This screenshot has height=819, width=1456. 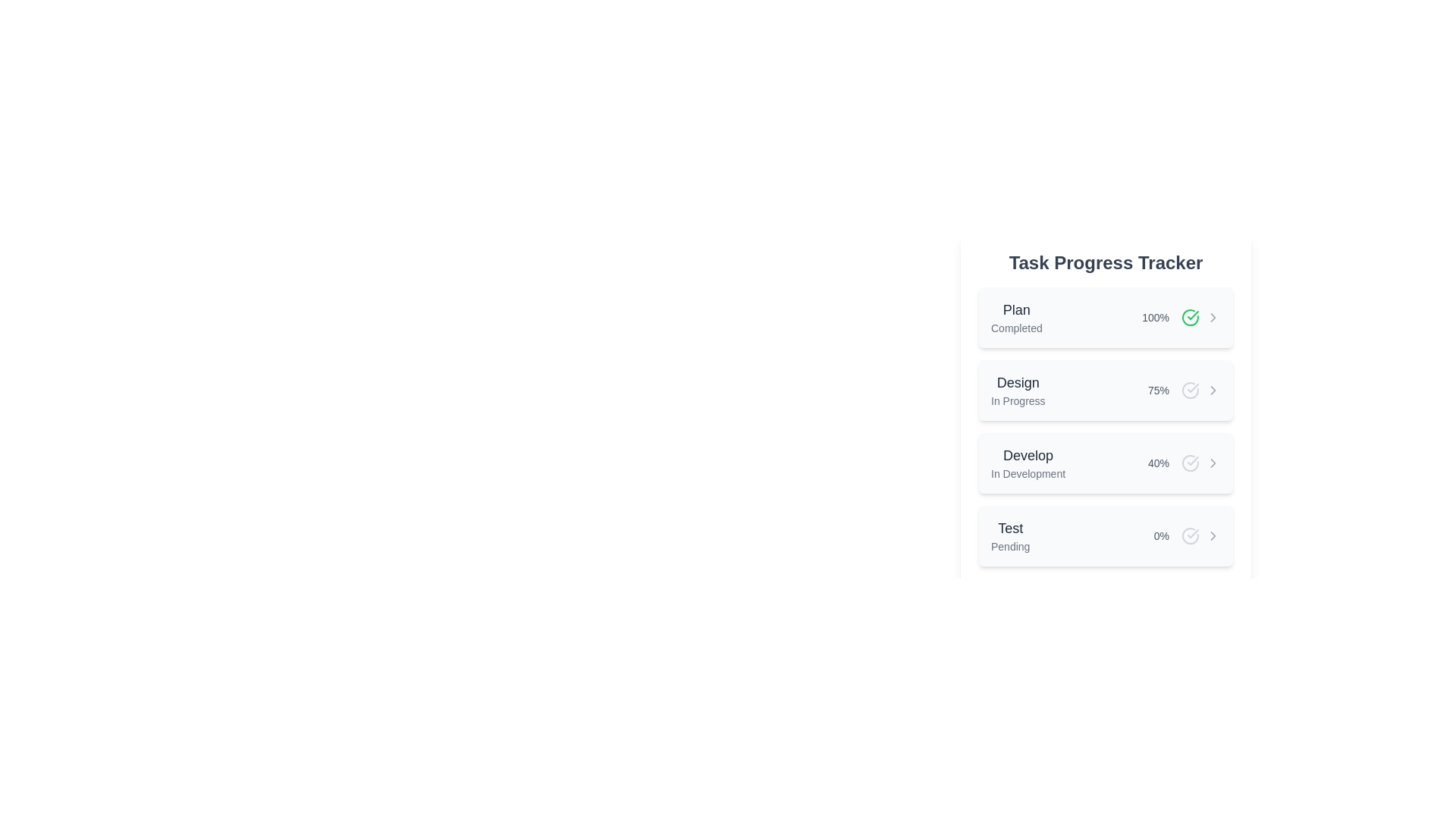 What do you see at coordinates (1189, 535) in the screenshot?
I see `the circular check icon with a gray stroke that indicates the status of the 'Test' task in the task progress tracker, located to the right of the text '0%'` at bounding box center [1189, 535].